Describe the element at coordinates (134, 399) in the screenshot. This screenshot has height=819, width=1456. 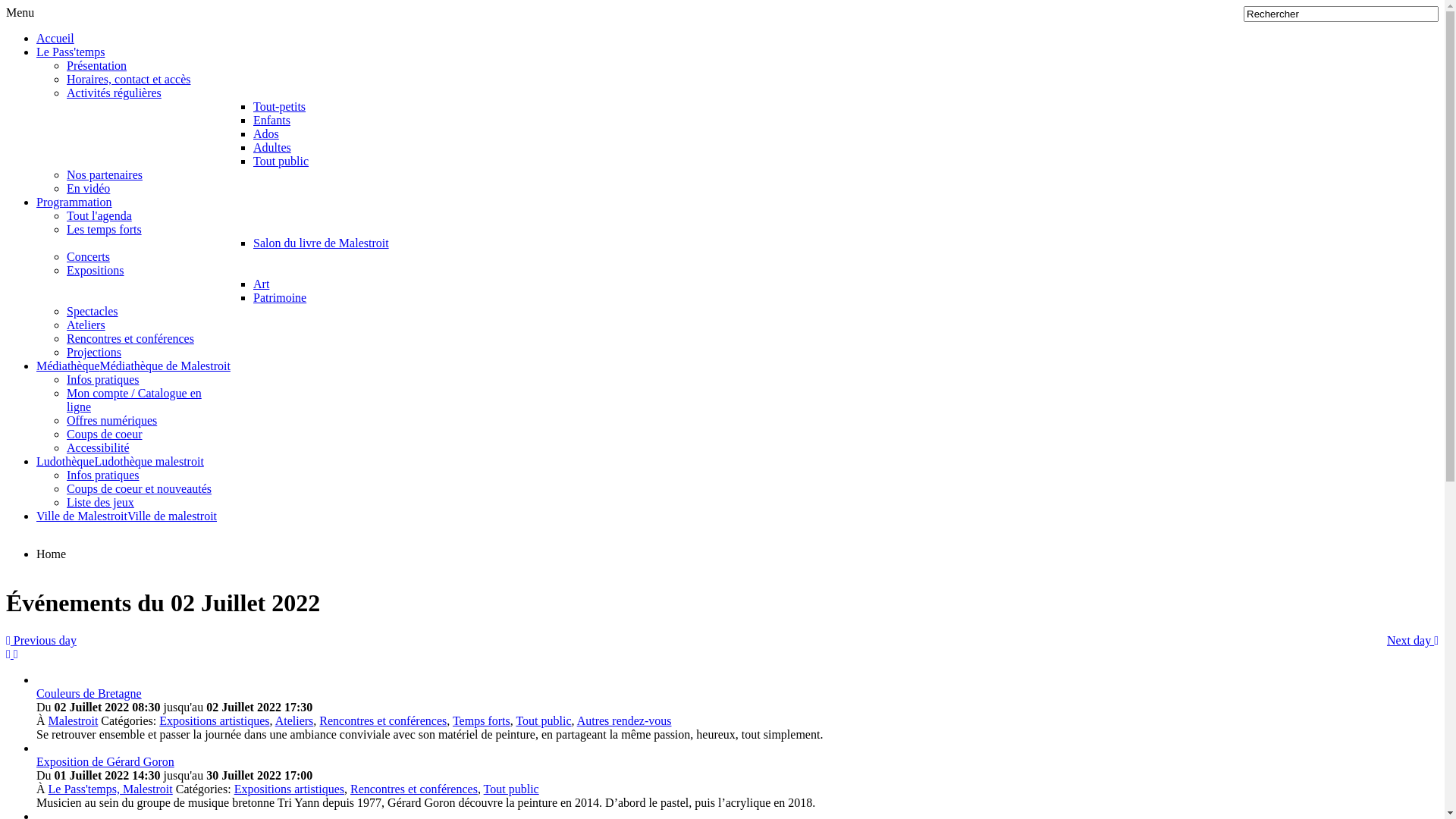
I see `'Mon compte / Catalogue en ligne'` at that location.